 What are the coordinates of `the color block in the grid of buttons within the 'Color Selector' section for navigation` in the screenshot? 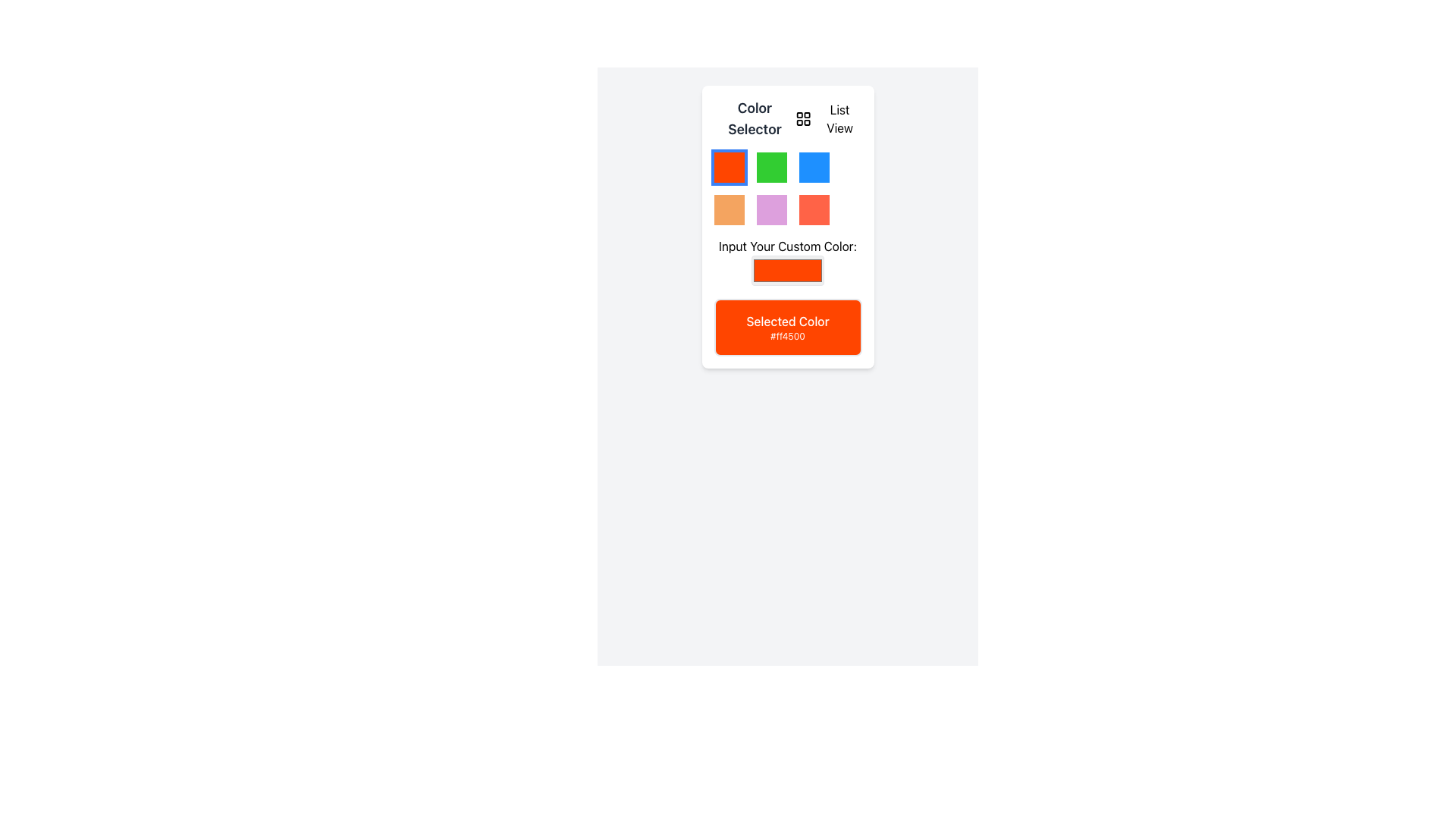 It's located at (787, 188).